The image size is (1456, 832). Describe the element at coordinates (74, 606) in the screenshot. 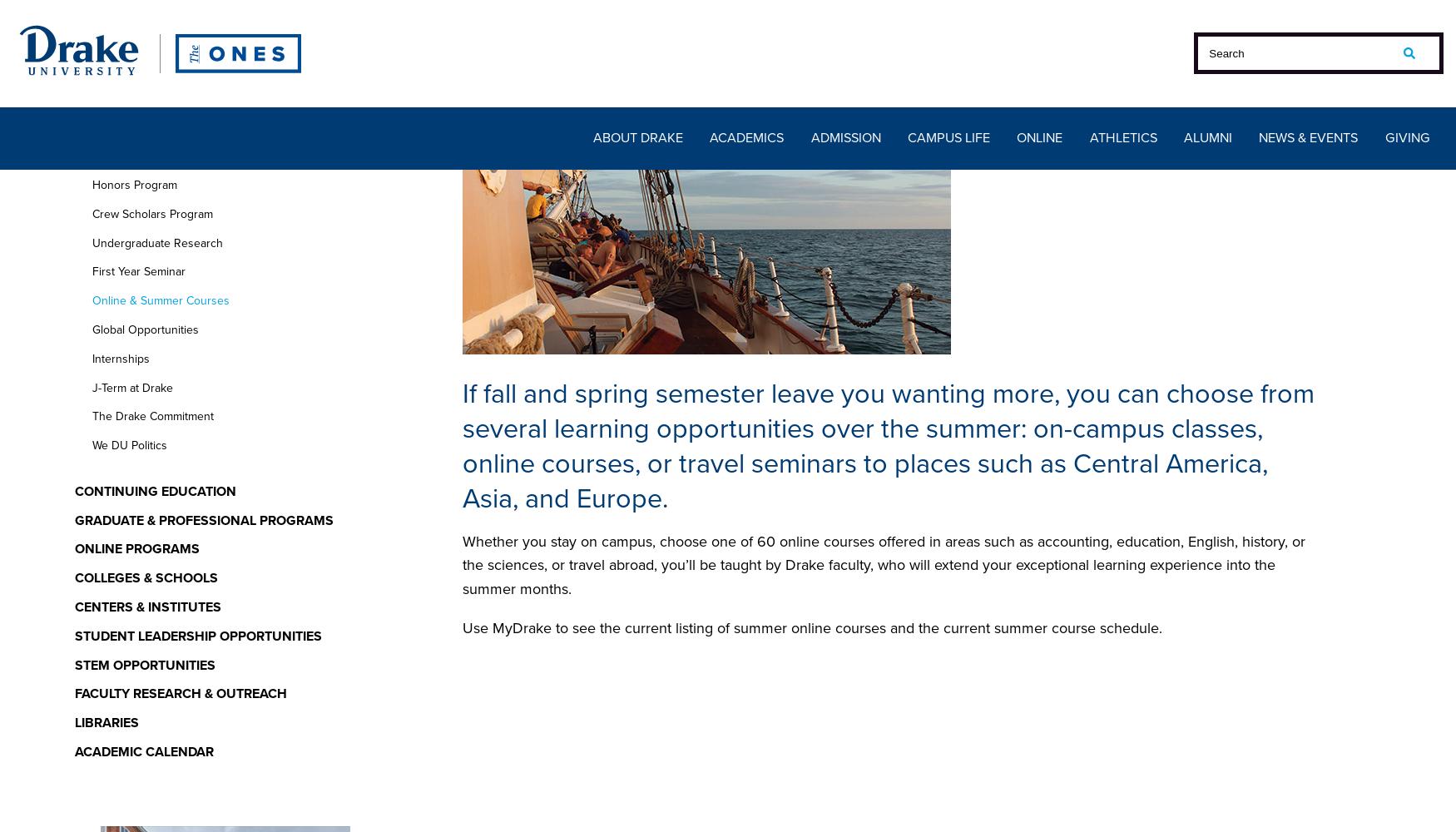

I see `'Centers & Institutes'` at that location.